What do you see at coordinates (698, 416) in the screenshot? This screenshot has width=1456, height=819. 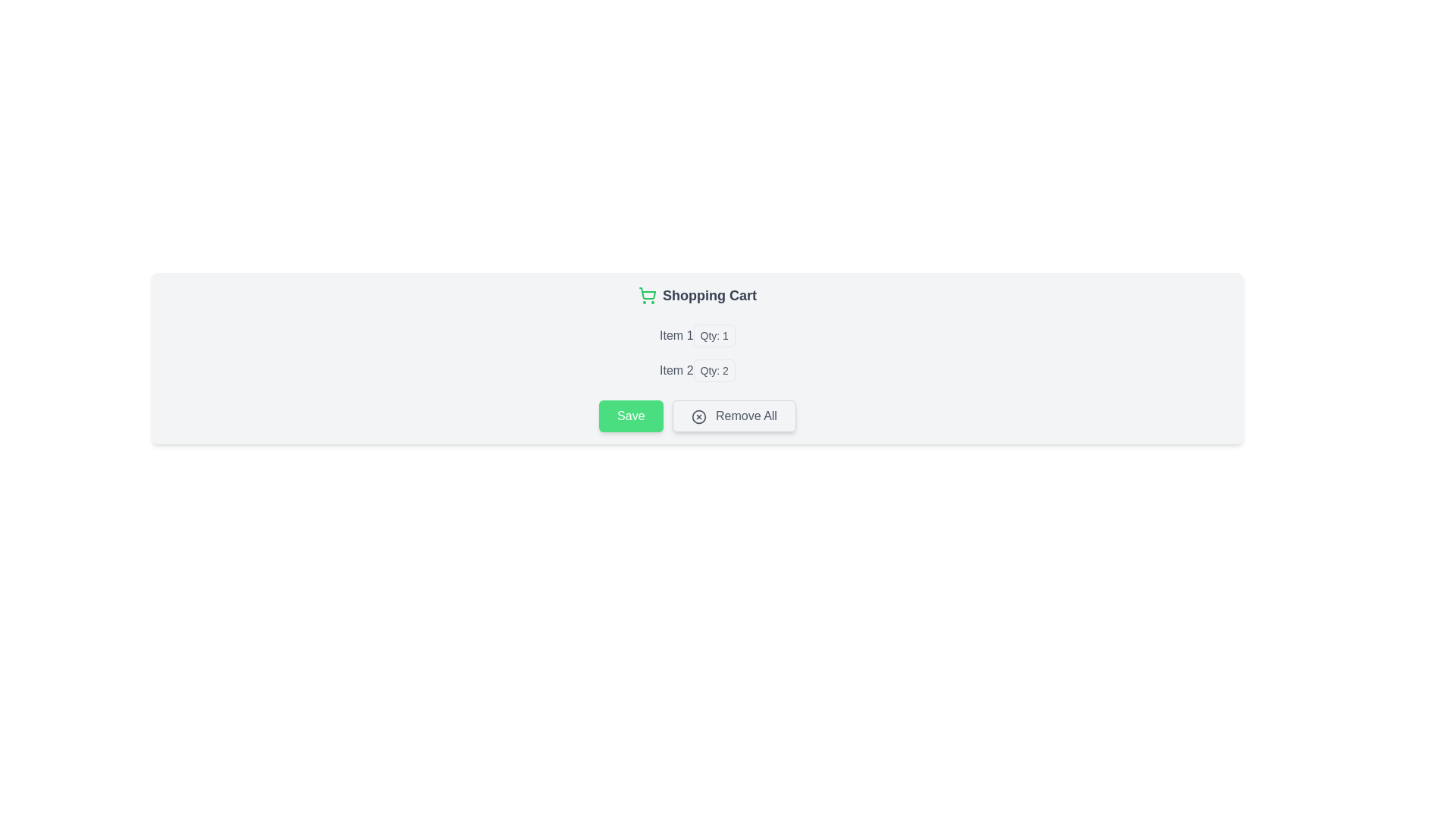 I see `the circular cancel icon with a cross mark inside, located on the left side of the 'Remove All' button` at bounding box center [698, 416].